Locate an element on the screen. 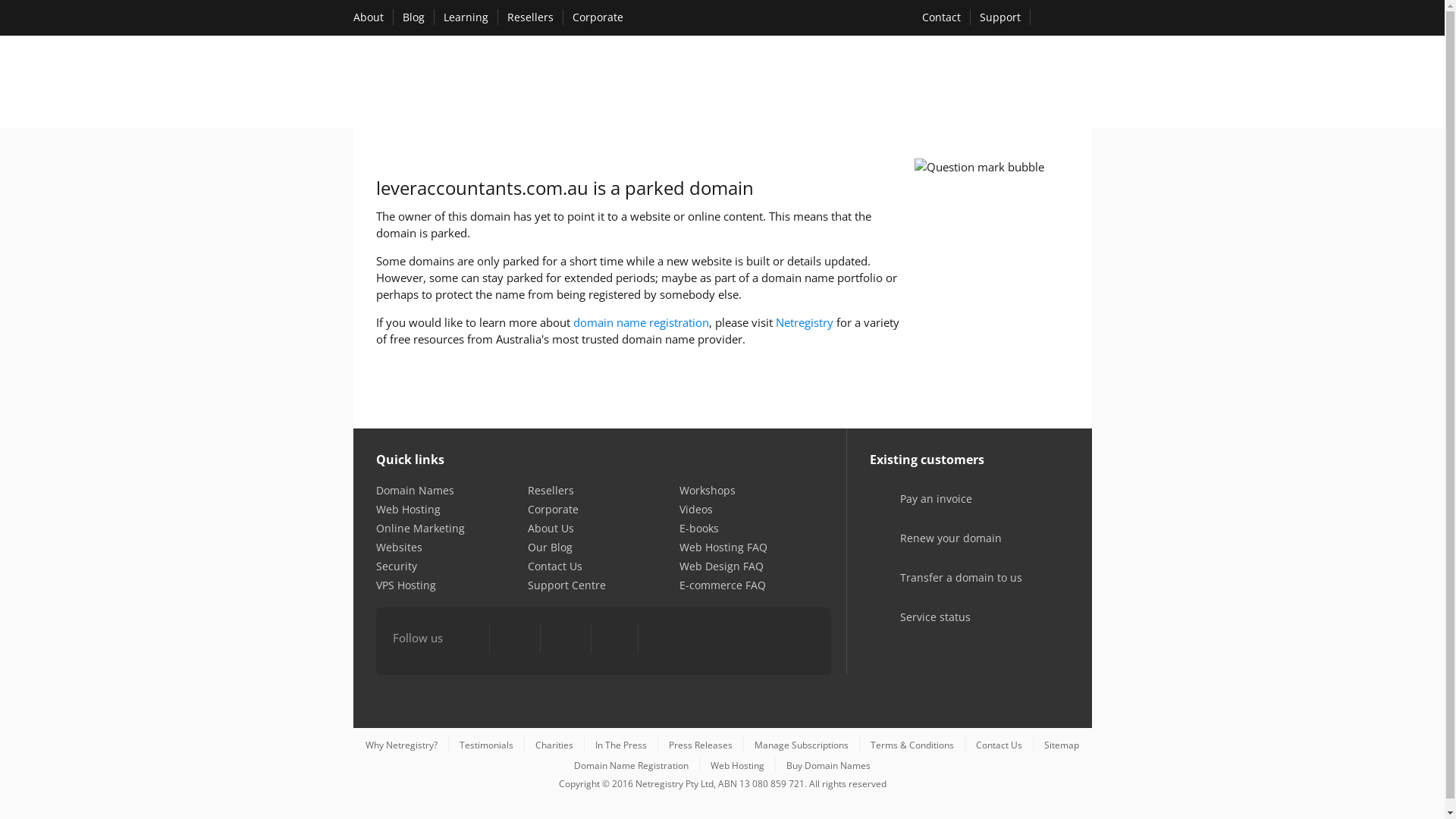 The image size is (1456, 819). 'Pinterest' is located at coordinates (614, 639).